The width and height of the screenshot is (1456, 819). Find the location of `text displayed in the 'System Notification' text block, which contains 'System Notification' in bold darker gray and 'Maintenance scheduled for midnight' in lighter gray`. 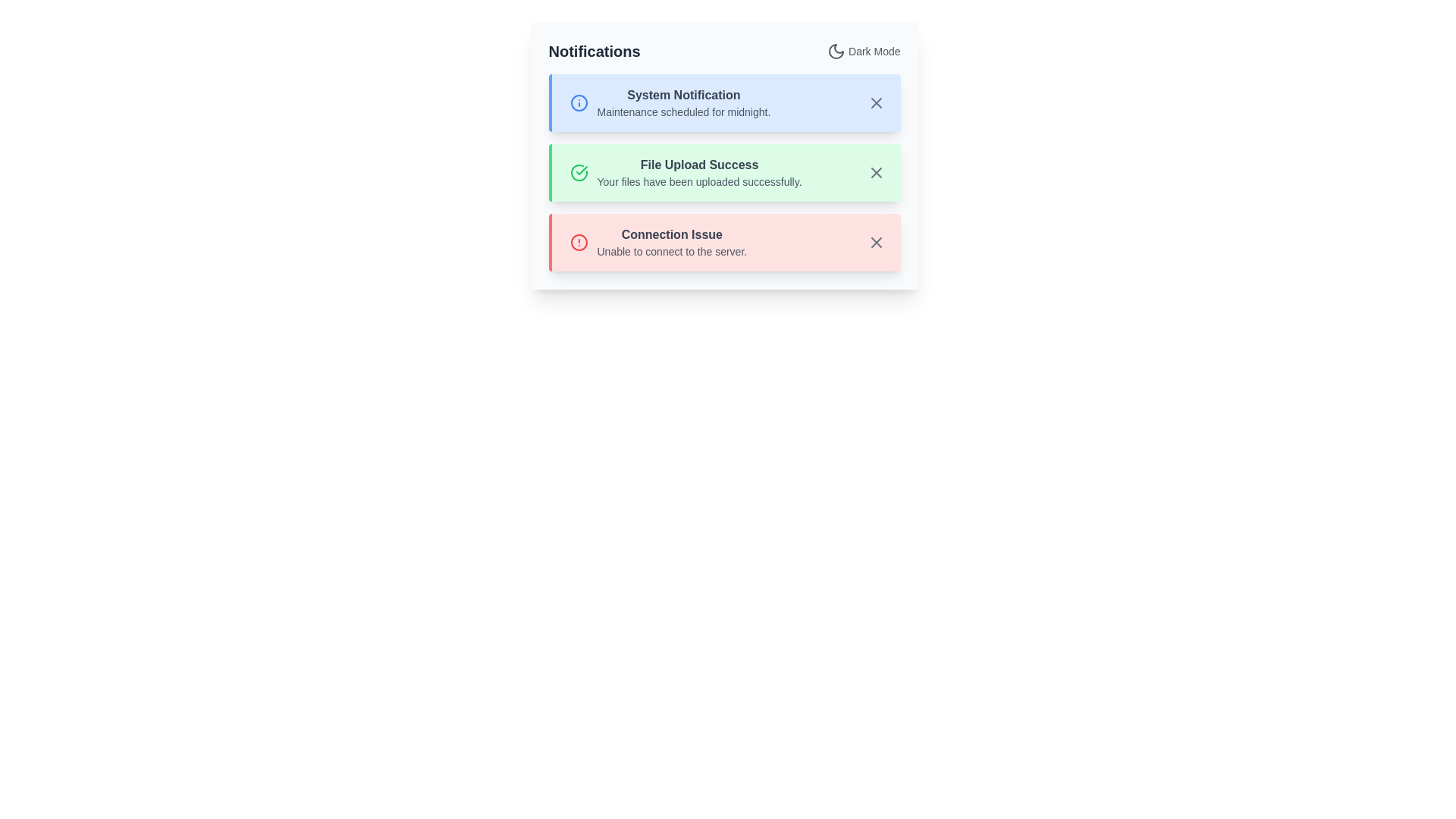

text displayed in the 'System Notification' text block, which contains 'System Notification' in bold darker gray and 'Maintenance scheduled for midnight' in lighter gray is located at coordinates (682, 102).